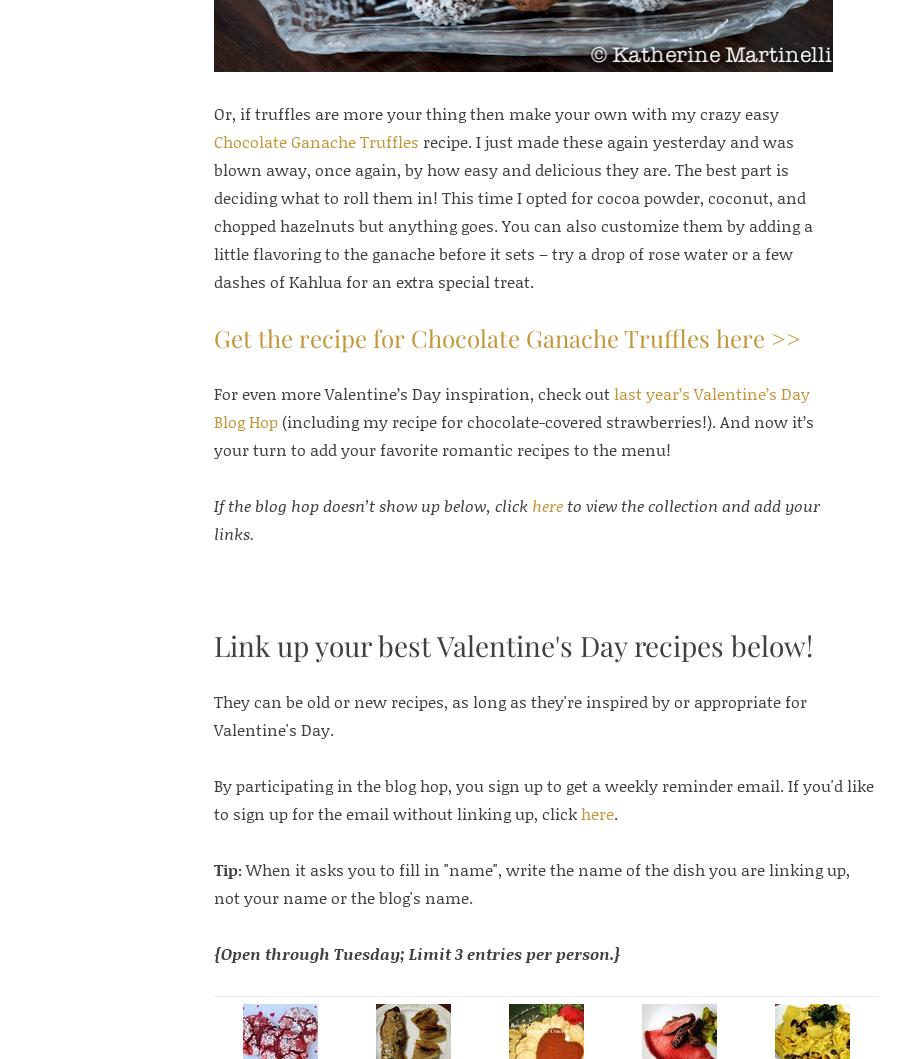  Describe the element at coordinates (614, 811) in the screenshot. I see `'.'` at that location.